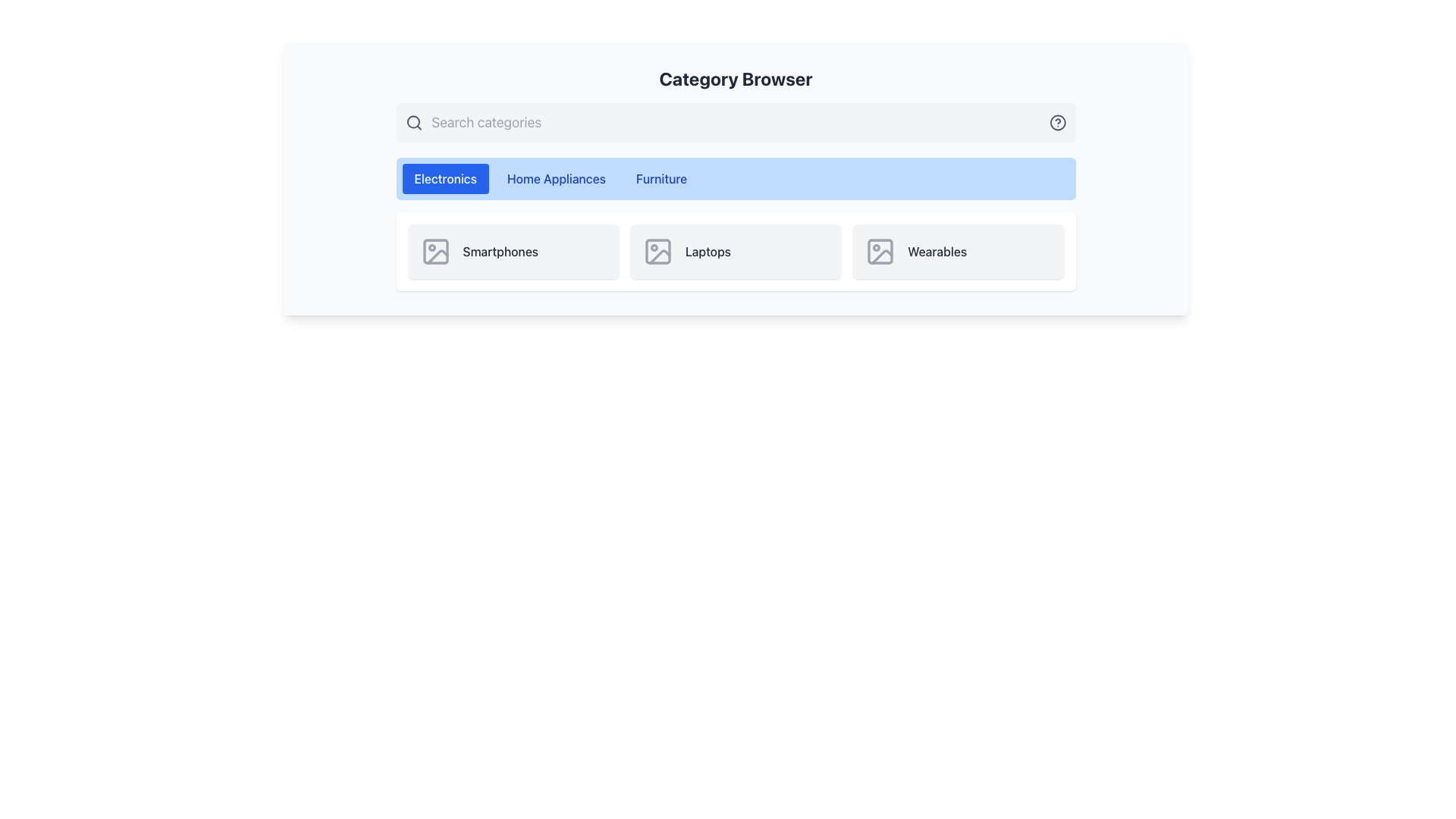 Image resolution: width=1456 pixels, height=819 pixels. Describe the element at coordinates (513, 250) in the screenshot. I see `the 'Smartphones' category button, which is a rectangular button with rounded corners and contains an icon of a photo frame followed by the text 'Smartphones'` at that location.